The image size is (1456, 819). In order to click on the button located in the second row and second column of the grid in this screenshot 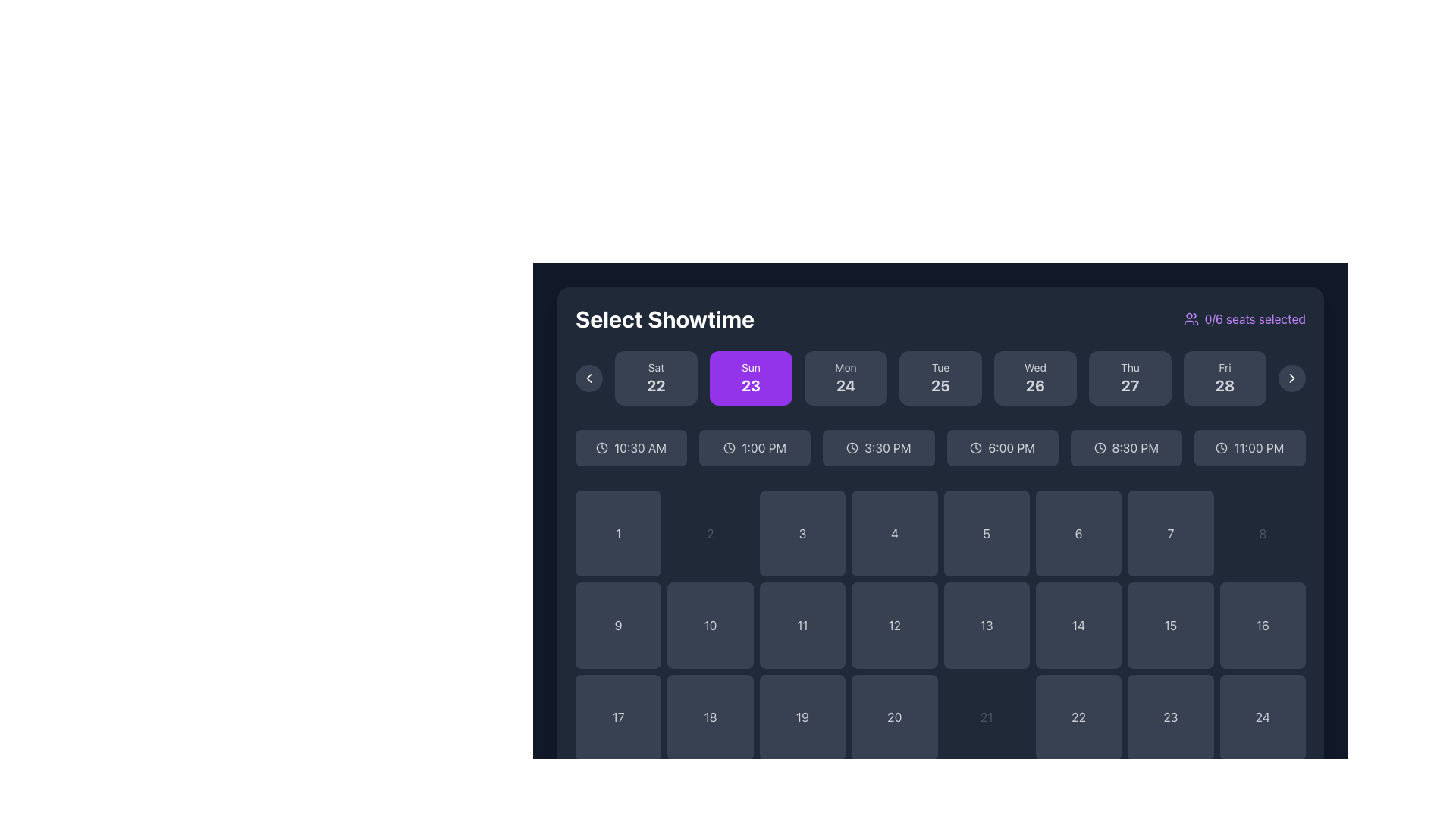, I will do `click(710, 626)`.